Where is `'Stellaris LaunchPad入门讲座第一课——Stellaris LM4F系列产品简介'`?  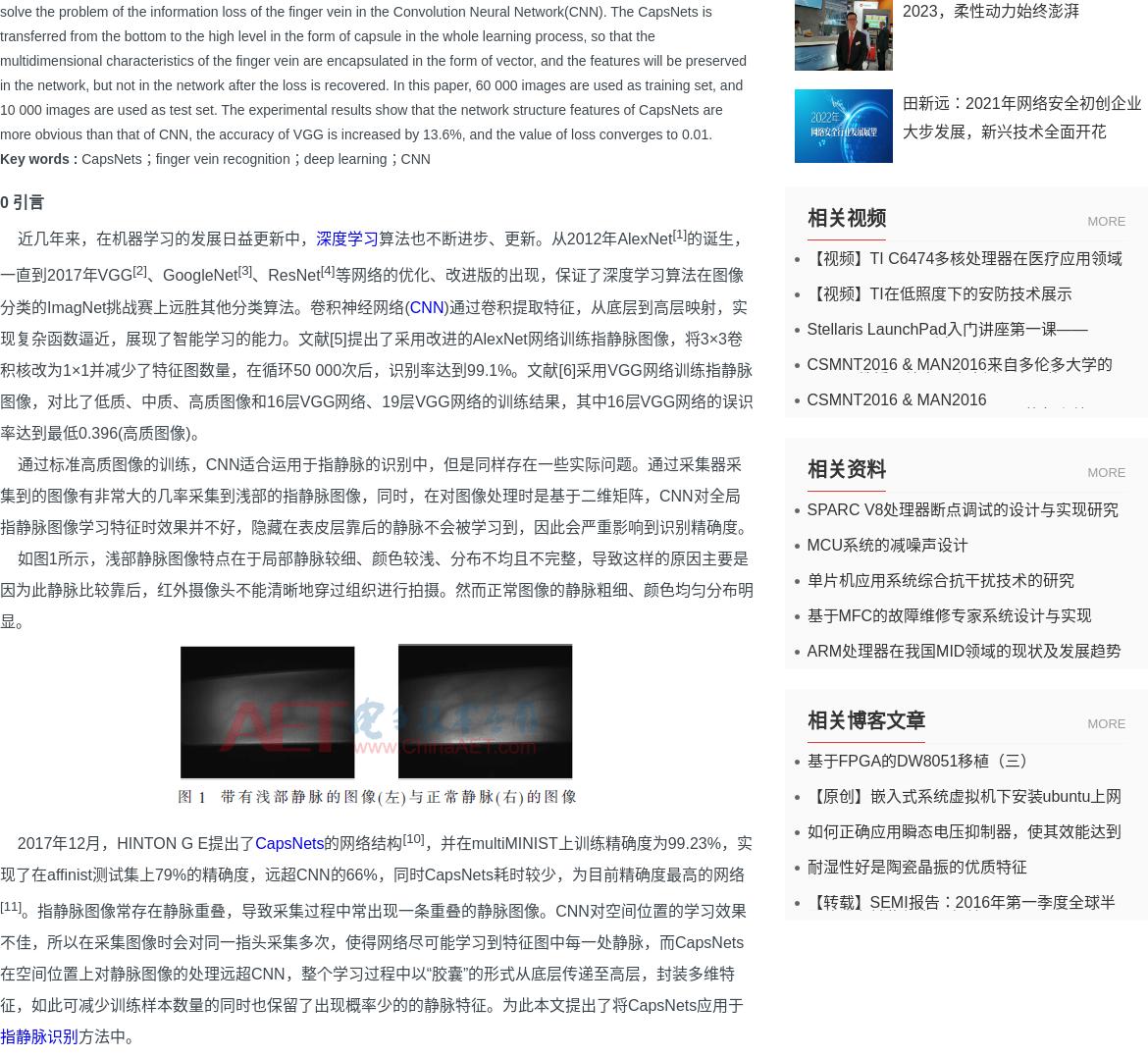 'Stellaris LaunchPad入门讲座第一课——Stellaris LM4F系列产品简介' is located at coordinates (946, 336).